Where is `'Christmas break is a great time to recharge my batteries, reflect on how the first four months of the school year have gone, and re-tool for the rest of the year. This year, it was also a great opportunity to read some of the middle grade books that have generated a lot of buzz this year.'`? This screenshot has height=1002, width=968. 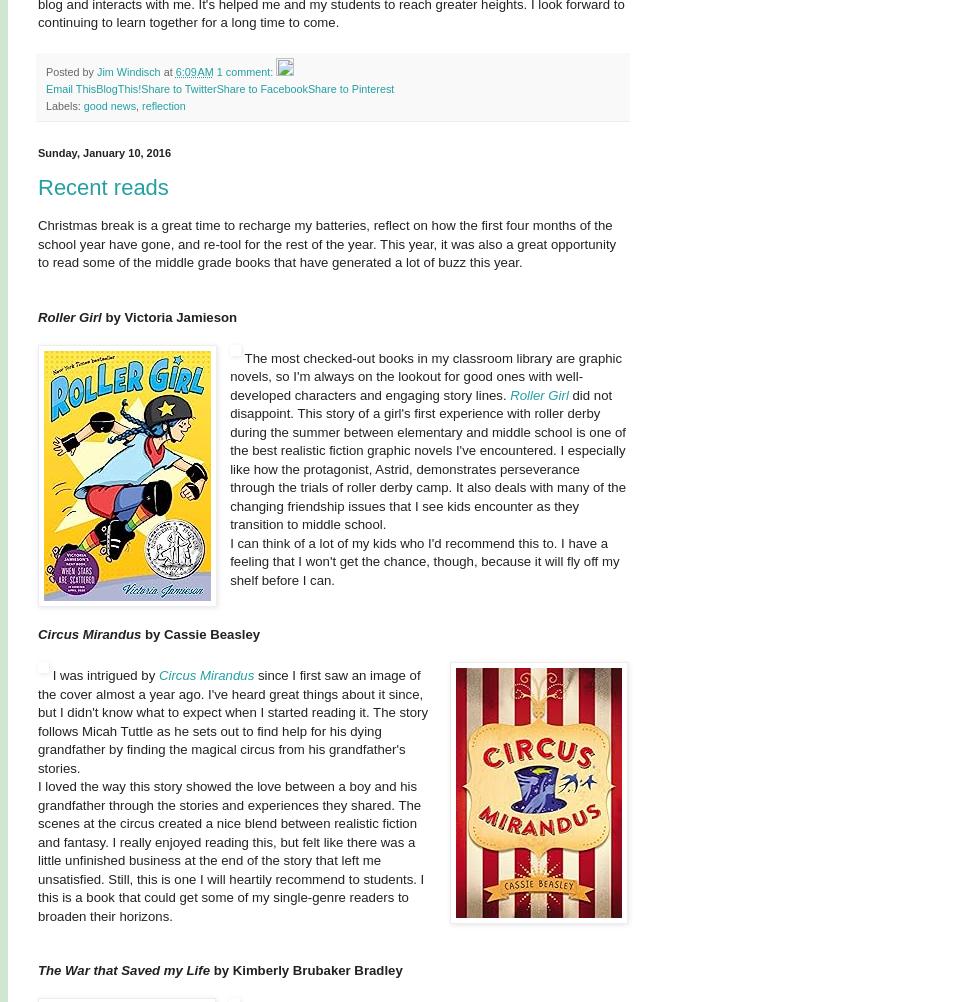 'Christmas break is a great time to recharge my batteries, reflect on how the first four months of the school year have gone, and re-tool for the rest of the year. This year, it was also a great opportunity to read some of the middle grade books that have generated a lot of buzz this year.' is located at coordinates (38, 243).